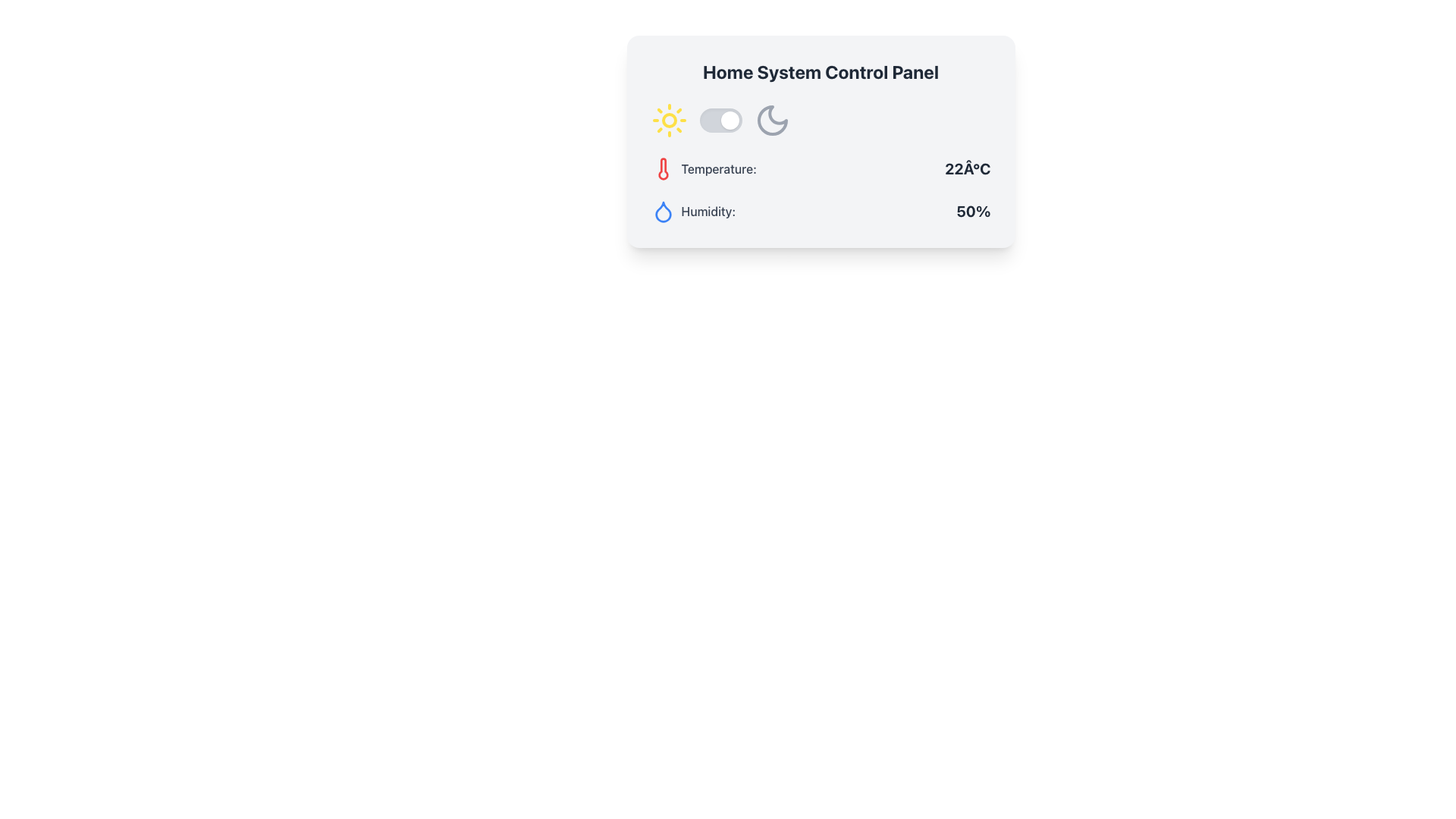  Describe the element at coordinates (718, 169) in the screenshot. I see `text of the Text Label that describes the temperature data point, which is located adjacent to a thermometer icon` at that location.